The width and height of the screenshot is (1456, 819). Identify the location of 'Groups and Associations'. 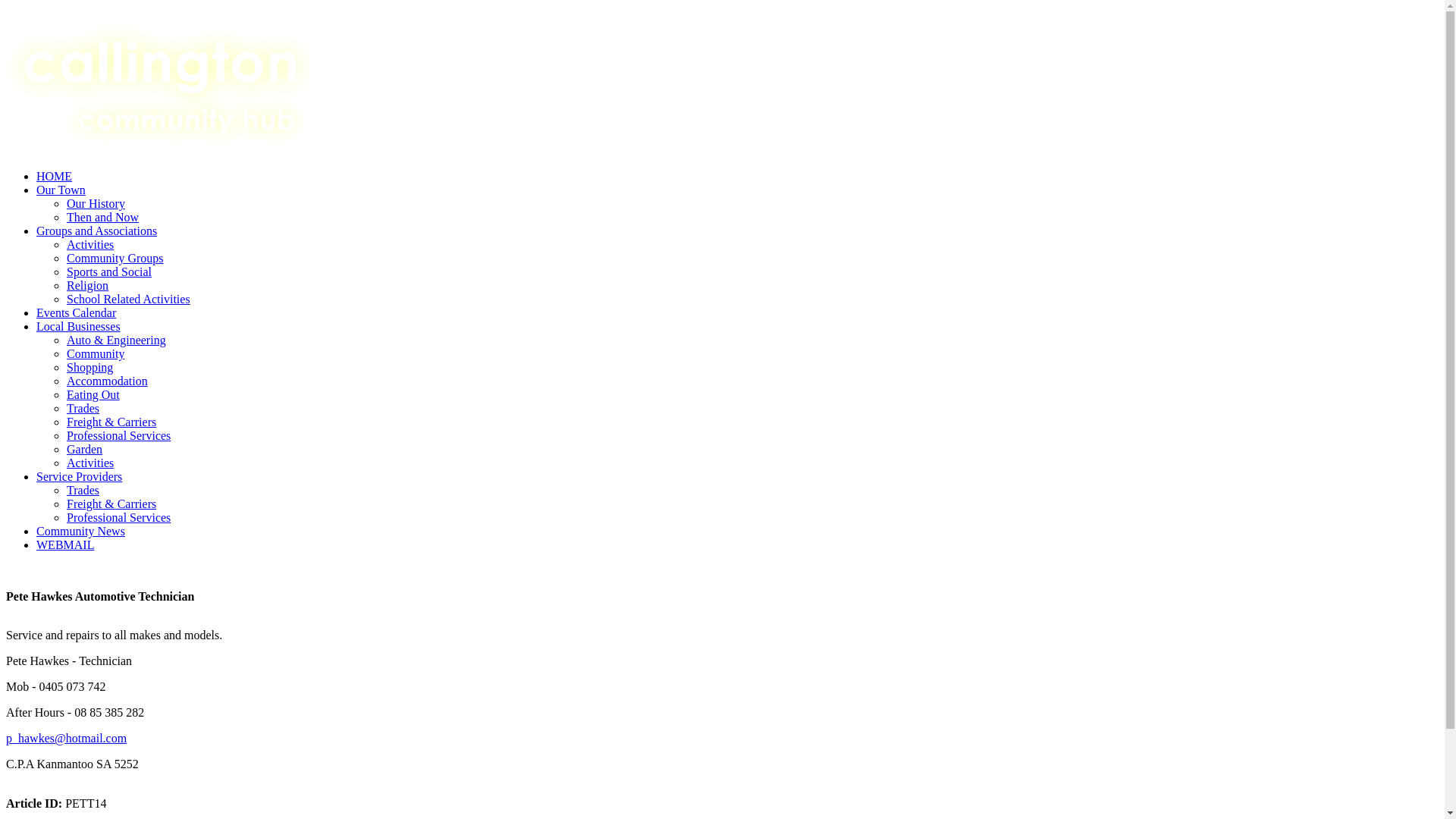
(36, 231).